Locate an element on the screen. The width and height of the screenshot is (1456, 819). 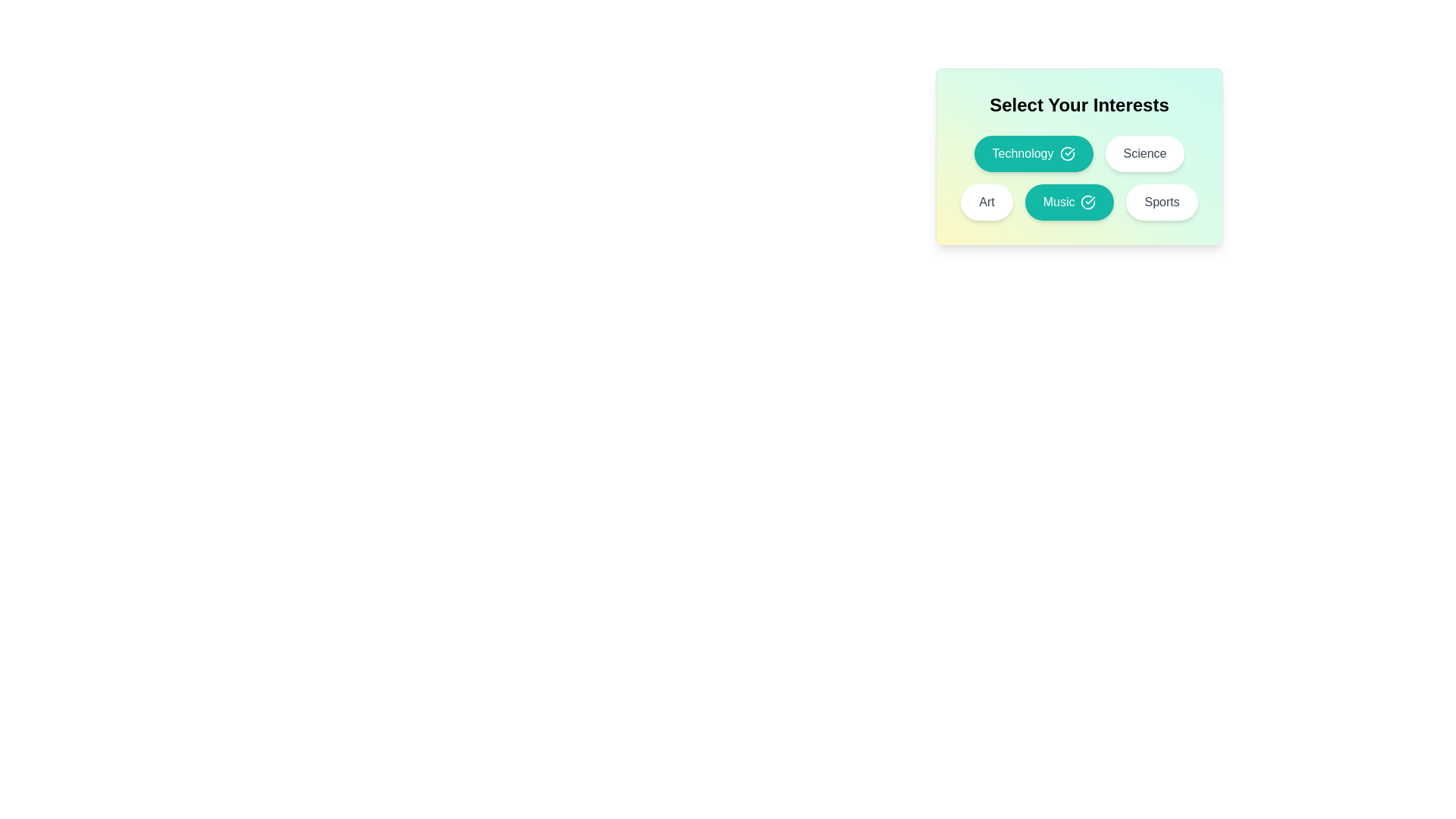
the interest tag labeled Art is located at coordinates (987, 201).